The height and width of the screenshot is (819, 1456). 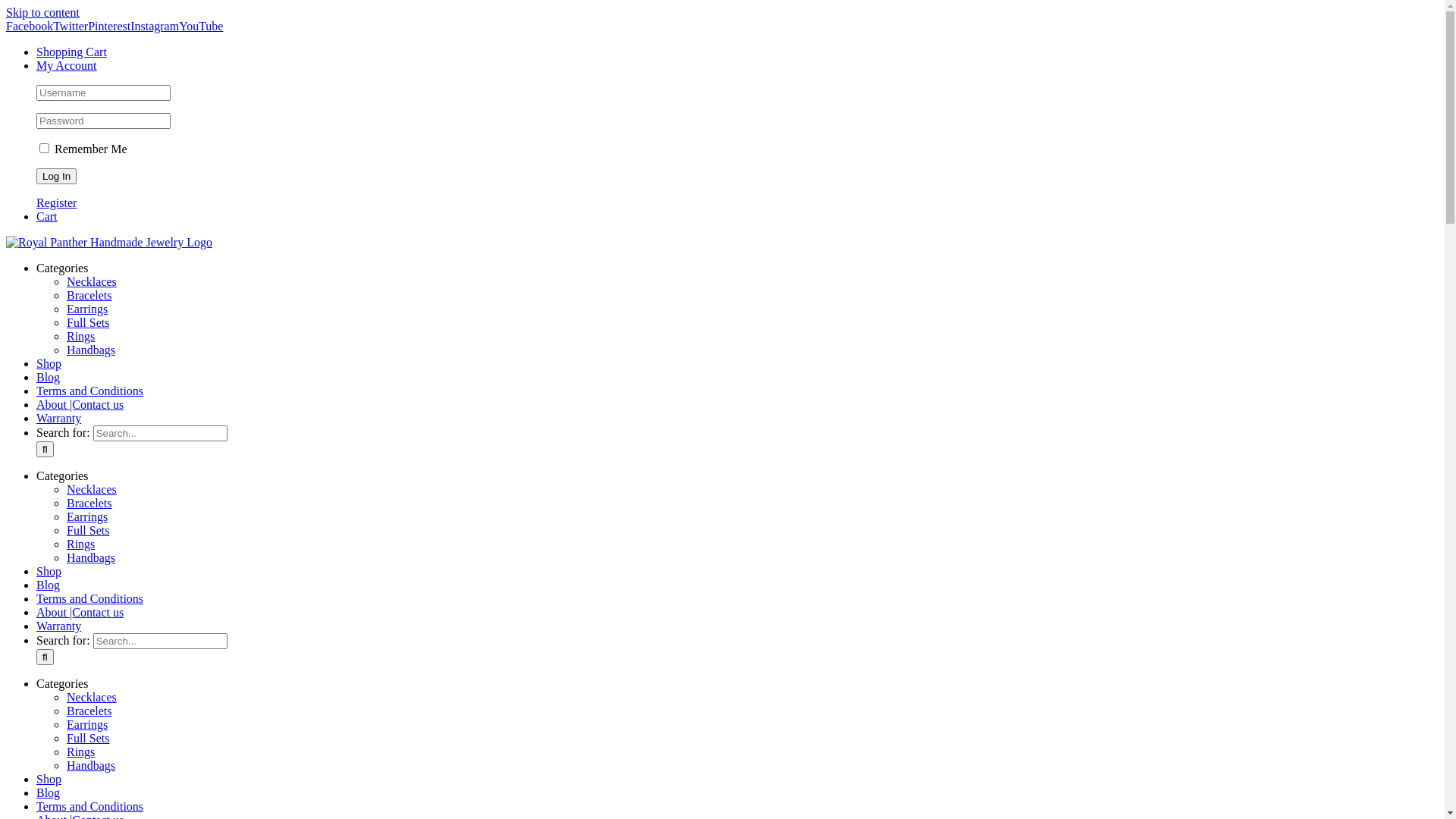 What do you see at coordinates (47, 216) in the screenshot?
I see `'Cart'` at bounding box center [47, 216].